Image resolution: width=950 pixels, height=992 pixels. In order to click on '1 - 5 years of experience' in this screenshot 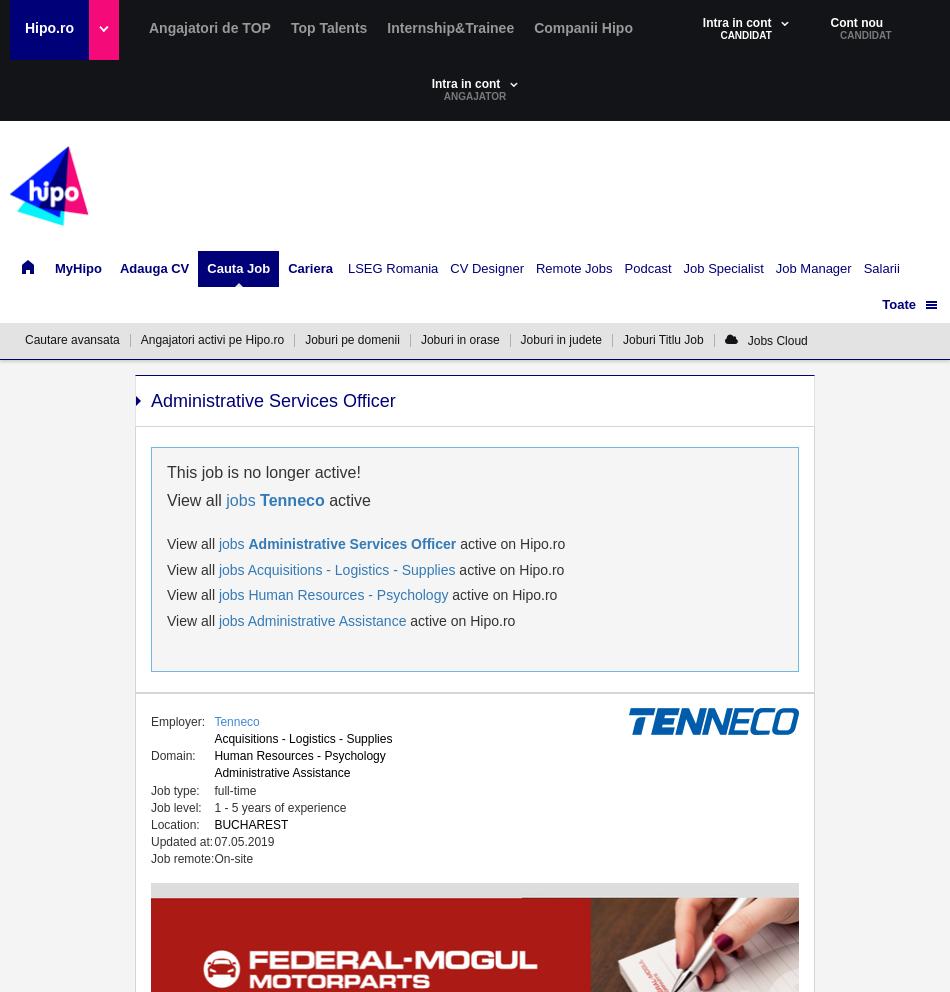, I will do `click(278, 806)`.